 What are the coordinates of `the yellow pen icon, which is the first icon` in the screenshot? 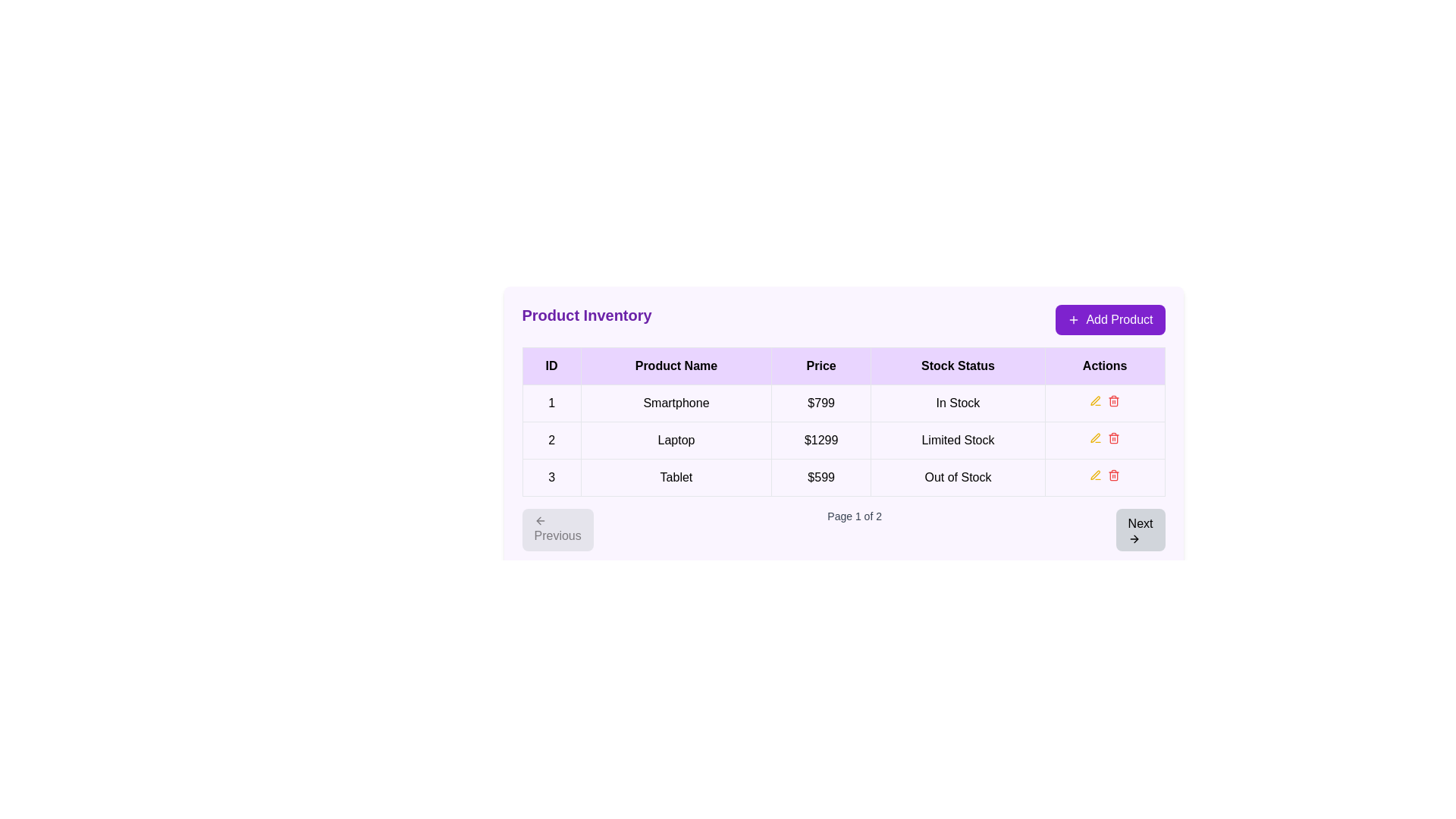 It's located at (1096, 400).